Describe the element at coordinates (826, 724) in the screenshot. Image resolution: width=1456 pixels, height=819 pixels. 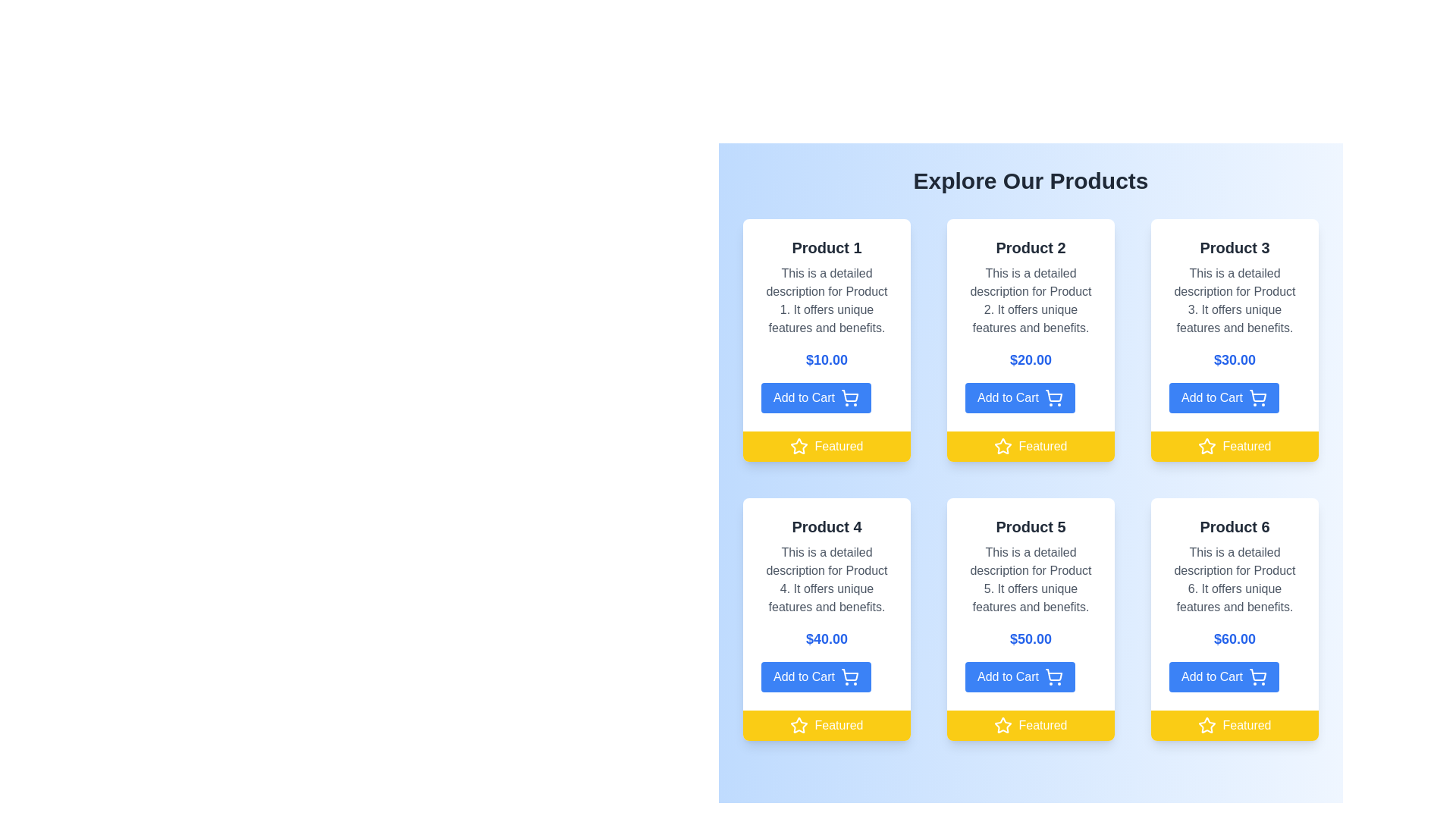
I see `the 'Featured' label with a vibrant yellow background and a white star icon, located beneath the 'Add to Cart' button in the product card for 'Product 4'` at that location.